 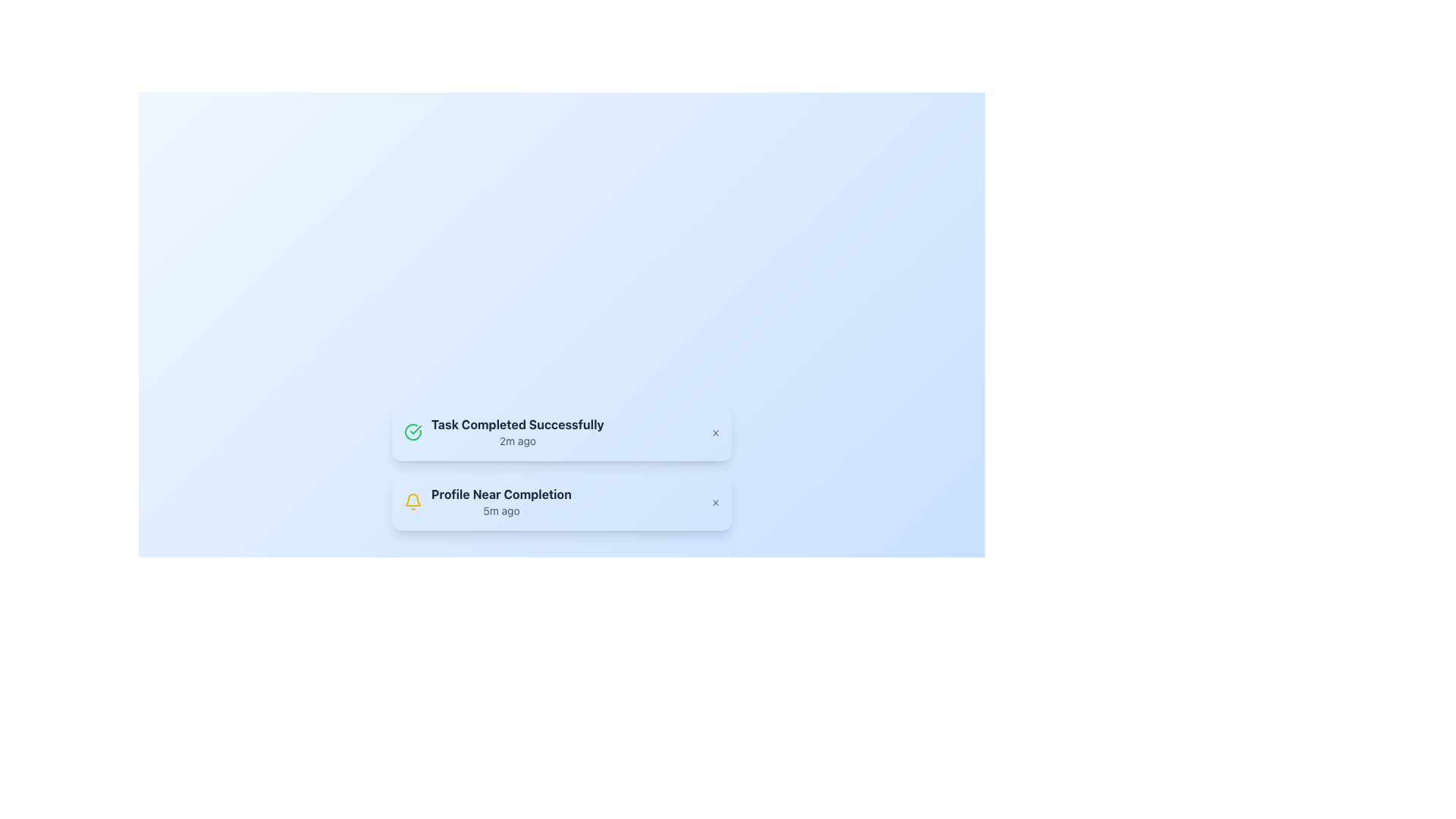 I want to click on success notification text displayed in the Notification Box located above the 'Profile Near Completion' text and to the left of the close button, so click(x=504, y=432).